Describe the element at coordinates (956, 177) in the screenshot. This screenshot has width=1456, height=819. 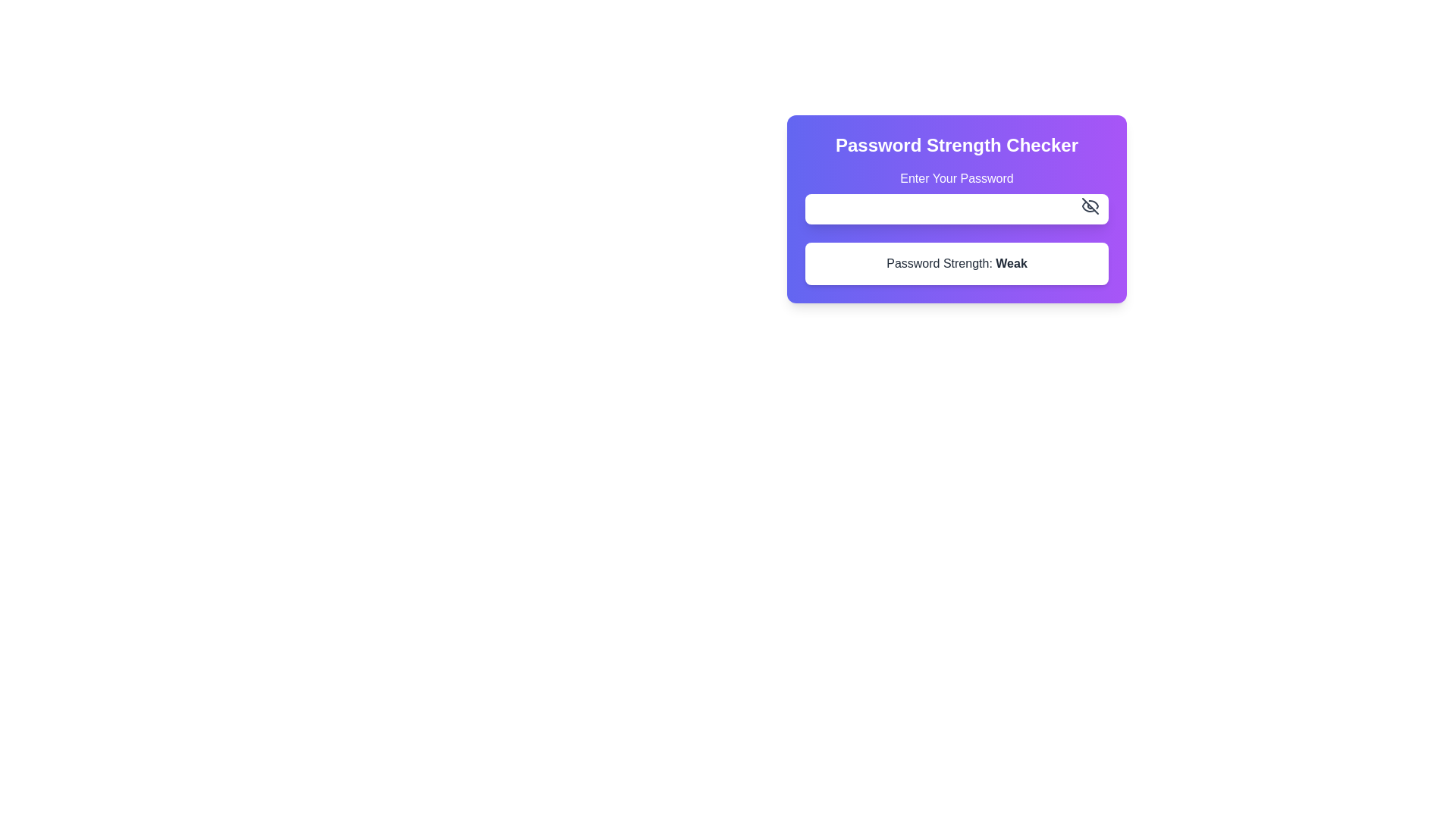
I see `the label that serves as a heading for the password input field, located near the center of the form, above the input field` at that location.